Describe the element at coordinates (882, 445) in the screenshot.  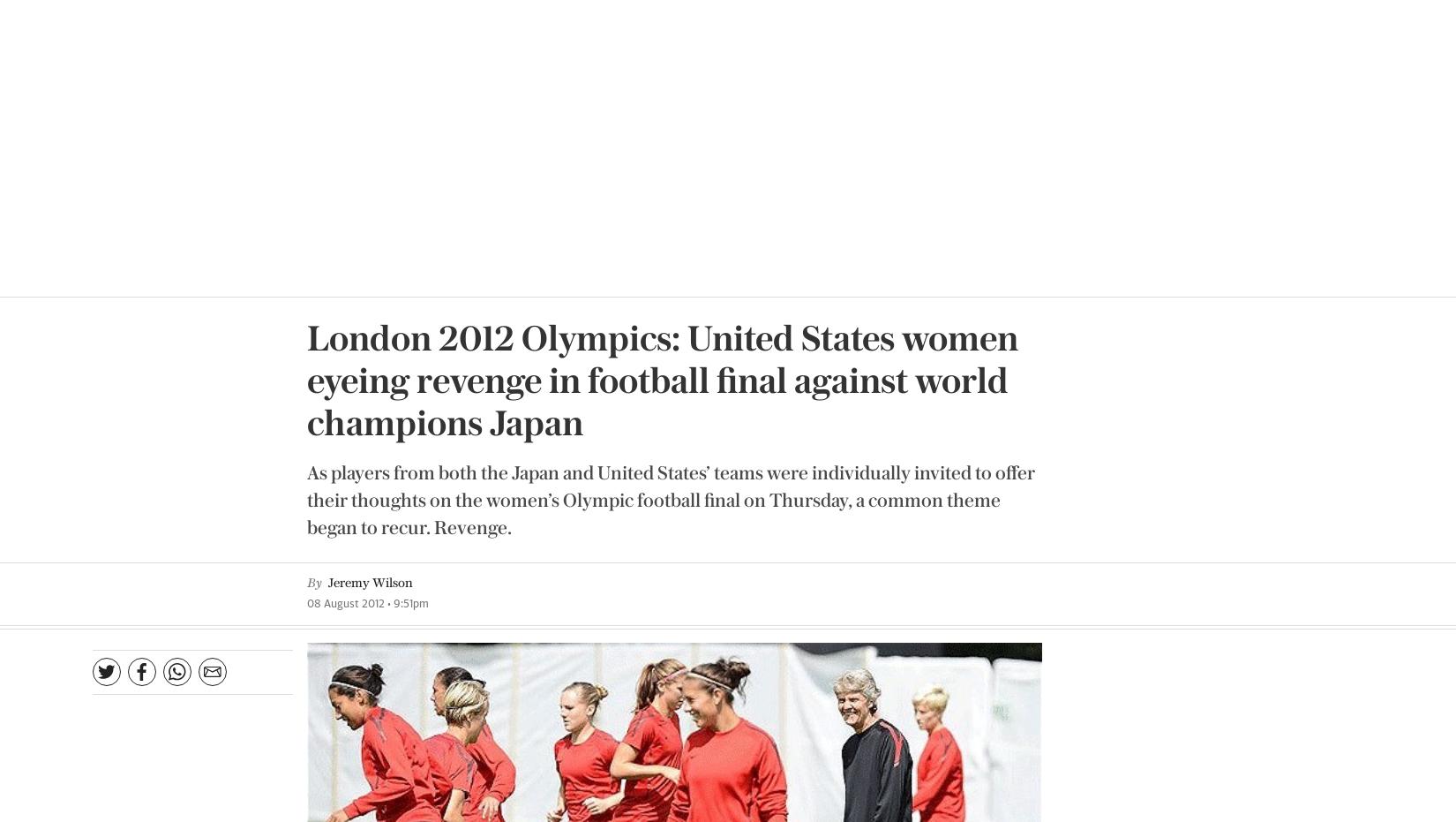
I see `': Photo: REUTERS'` at that location.